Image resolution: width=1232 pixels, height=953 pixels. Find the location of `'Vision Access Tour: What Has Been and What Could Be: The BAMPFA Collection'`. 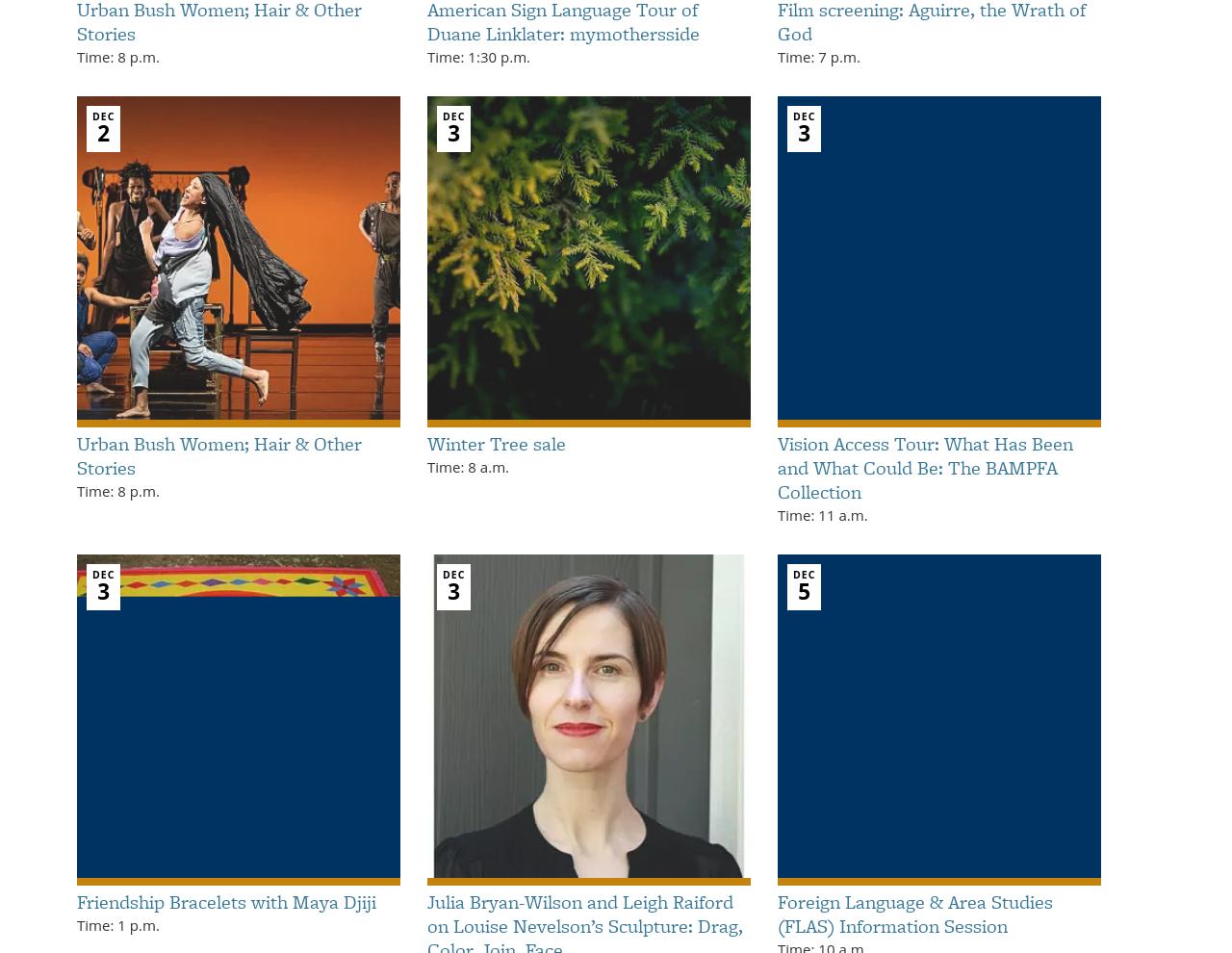

'Vision Access Tour: What Has Been and What Could Be: The BAMPFA Collection' is located at coordinates (925, 467).